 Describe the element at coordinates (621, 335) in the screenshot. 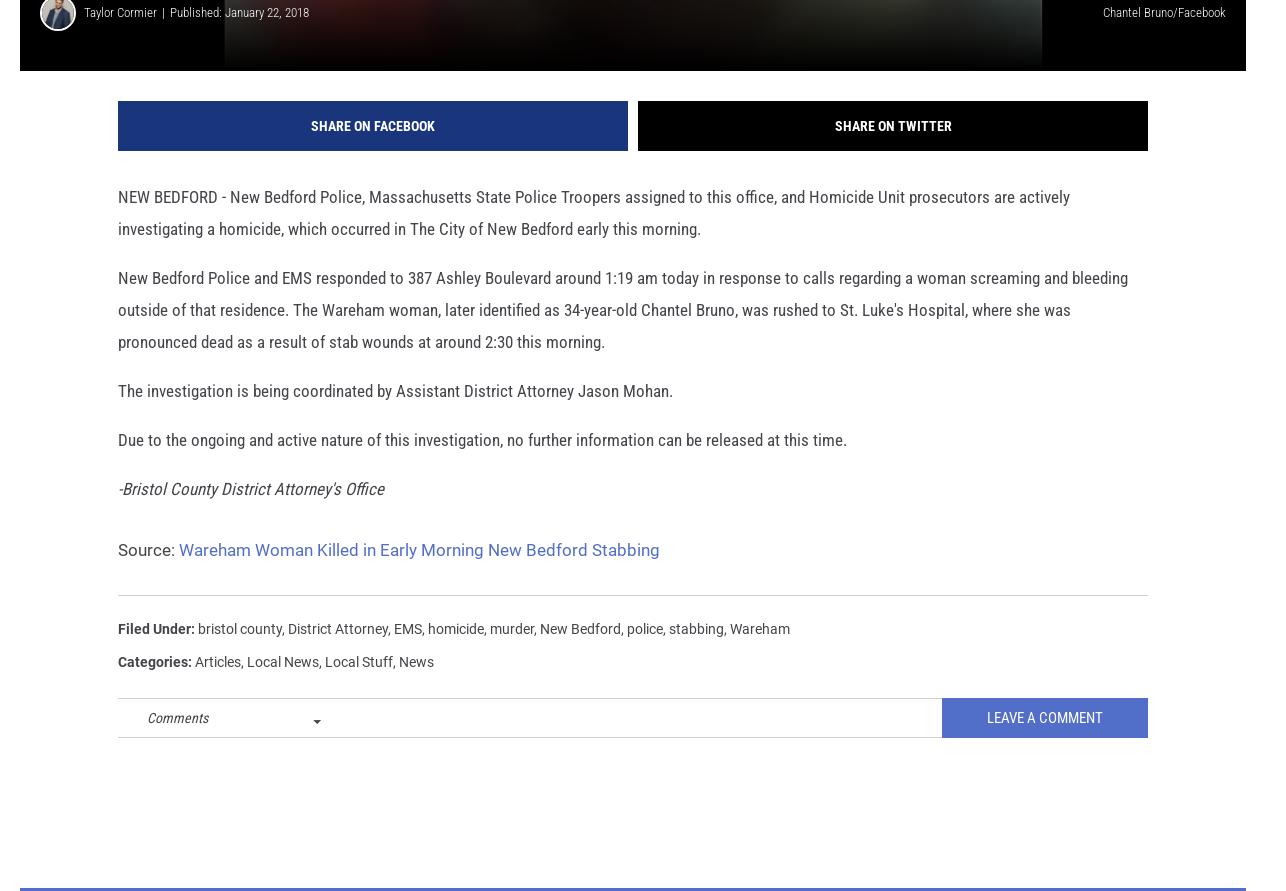

I see `'New Bedford Police and EMS responded to 387 Ashley Boulevard around 1:19 am today in response to calls regarding a woman screaming and bleeding outside of that residence. The Wareham woman, later identified as 34-year-old Chantel Bruno, was rushed to St. Luke's Hospital, where she was pronounced dead as a result of stab wounds at around 2:30 this morning.'` at that location.